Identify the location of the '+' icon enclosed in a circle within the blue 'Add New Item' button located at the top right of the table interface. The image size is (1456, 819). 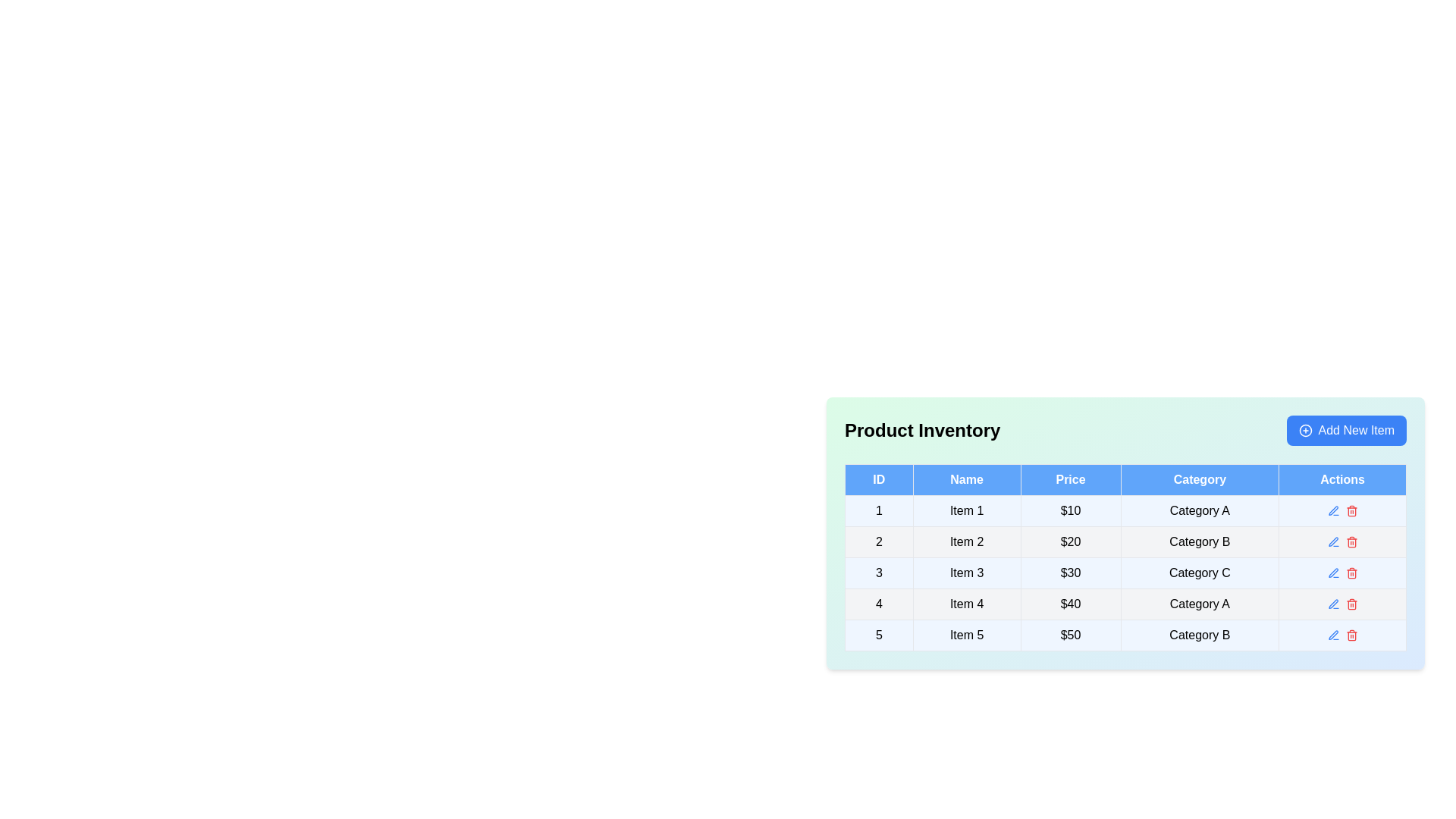
(1304, 430).